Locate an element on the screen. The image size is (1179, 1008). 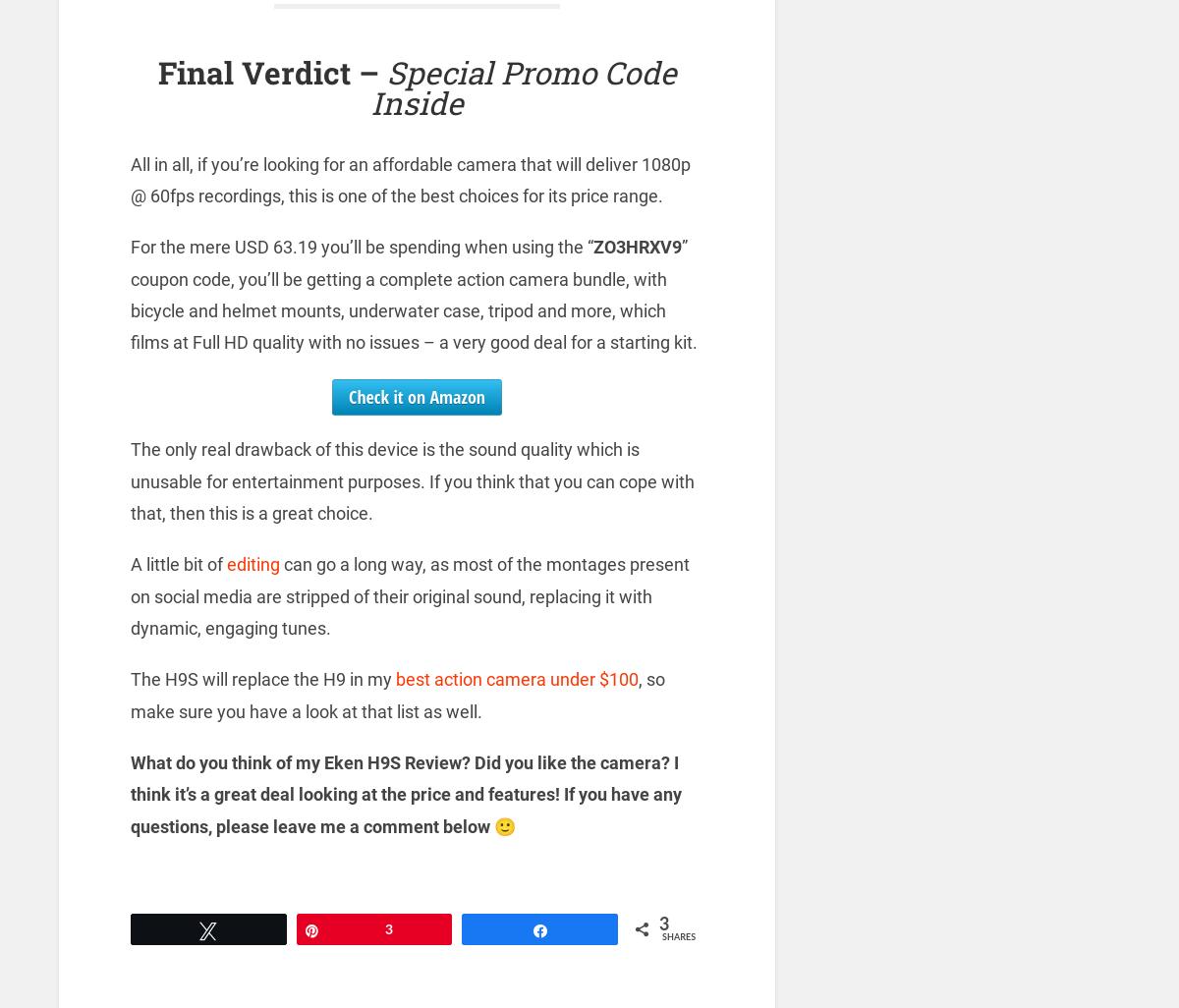
'For the mere USD 63.19 you’ll be spending when using the “' is located at coordinates (361, 247).